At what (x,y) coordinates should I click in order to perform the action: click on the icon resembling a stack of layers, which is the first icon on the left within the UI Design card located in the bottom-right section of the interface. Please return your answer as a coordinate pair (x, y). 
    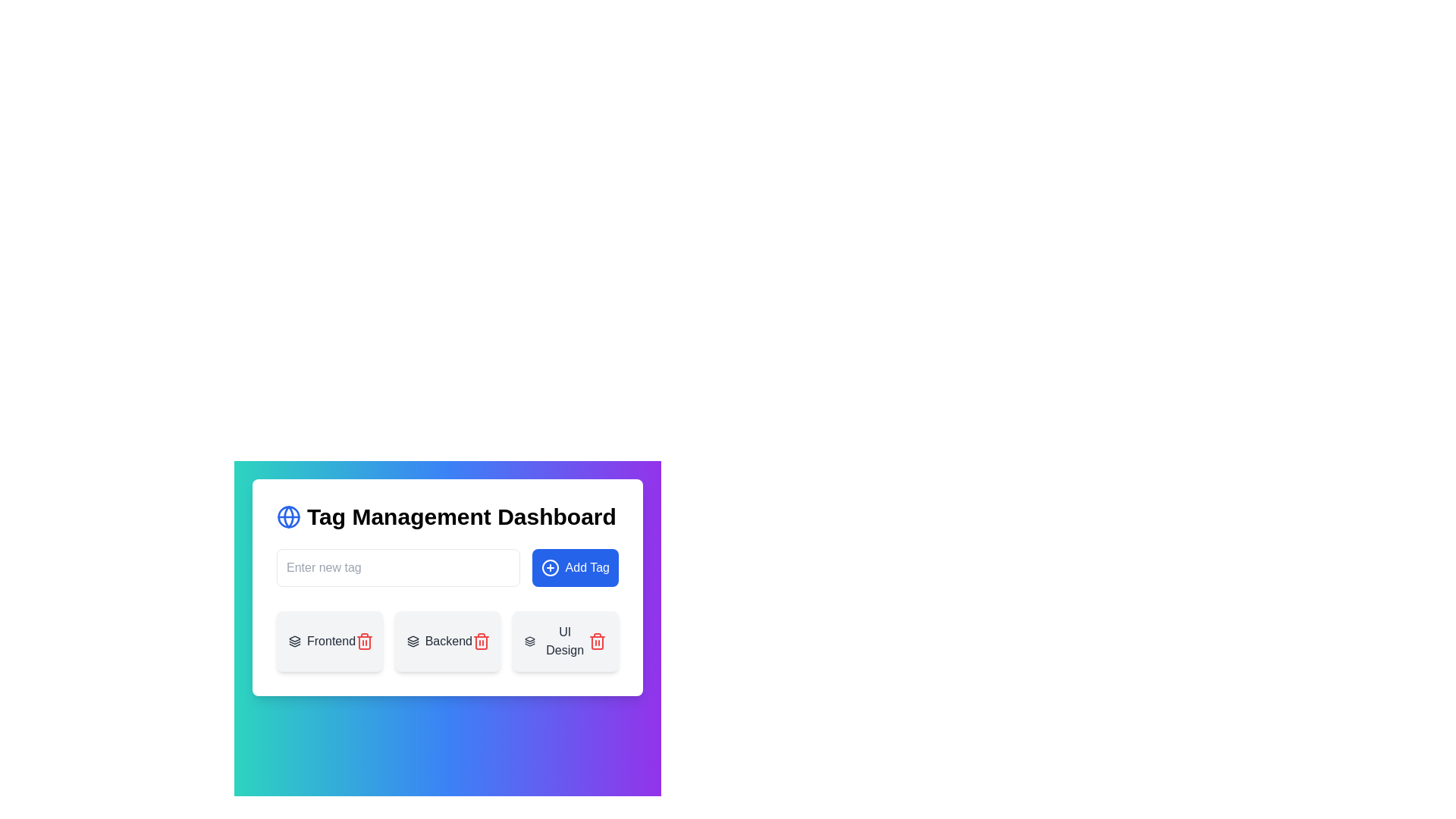
    Looking at the image, I should click on (530, 641).